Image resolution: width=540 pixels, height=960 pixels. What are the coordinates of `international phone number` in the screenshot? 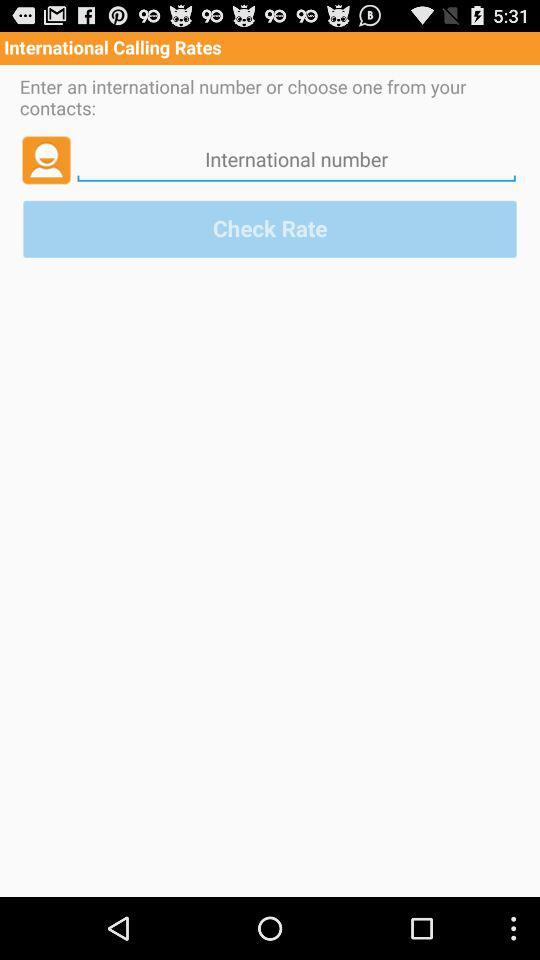 It's located at (295, 158).